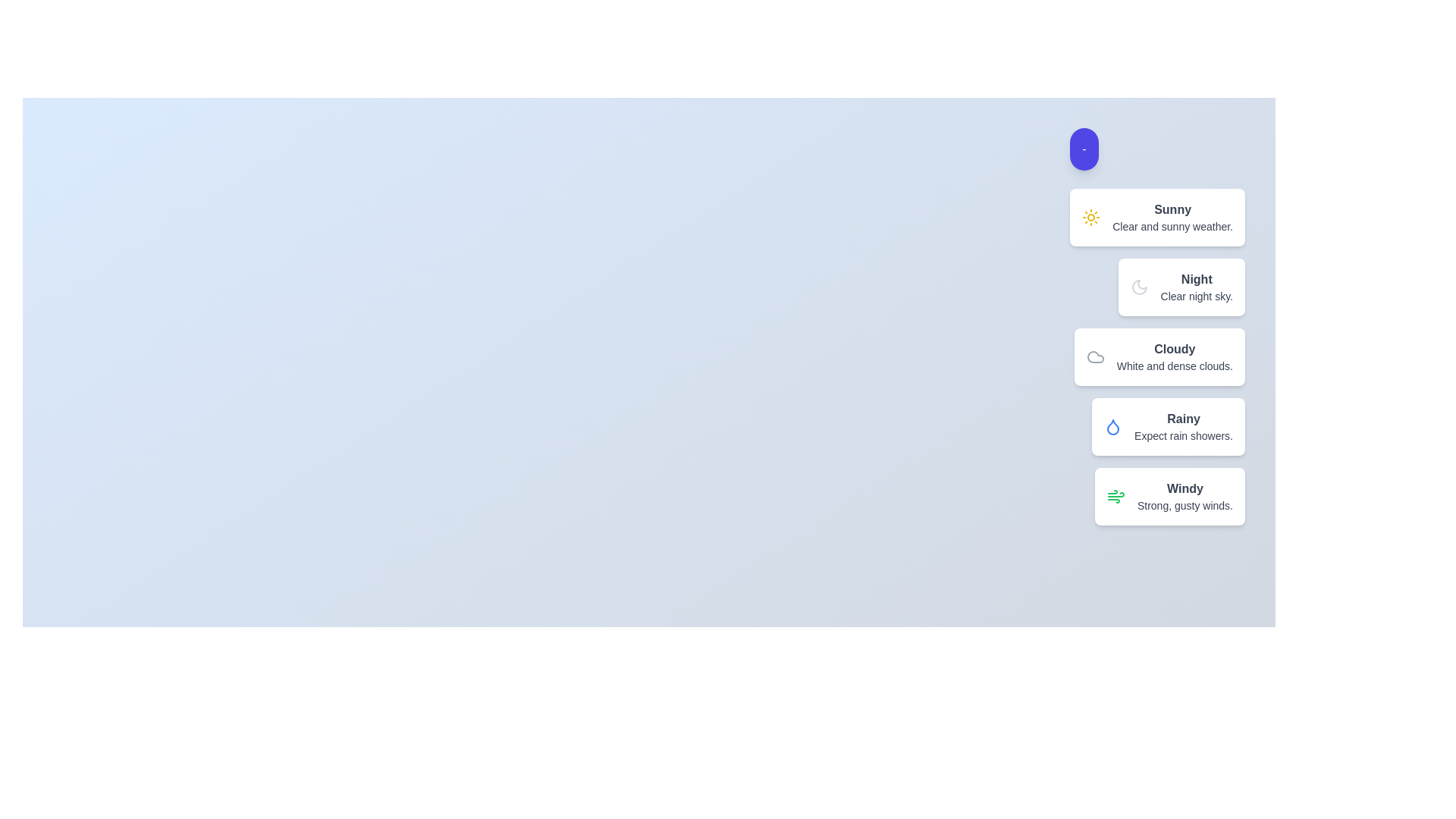 The image size is (1456, 819). What do you see at coordinates (1196, 280) in the screenshot?
I see `the description of the weather condition labeled Night` at bounding box center [1196, 280].